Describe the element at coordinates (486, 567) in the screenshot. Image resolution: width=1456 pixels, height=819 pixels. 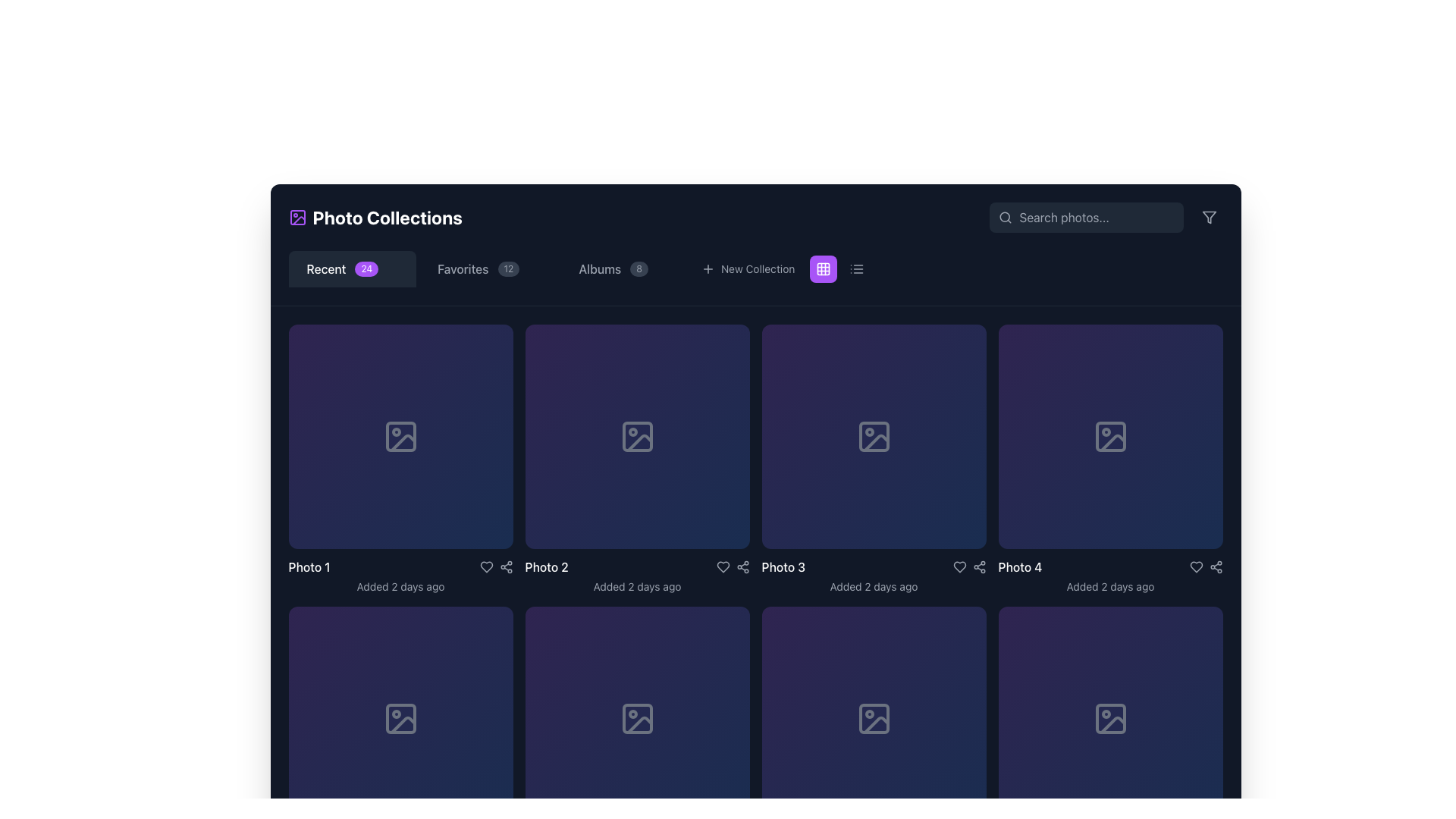
I see `the heart-shaped icon button within the 'Photo 2' card to observe the color change from gray to red` at that location.